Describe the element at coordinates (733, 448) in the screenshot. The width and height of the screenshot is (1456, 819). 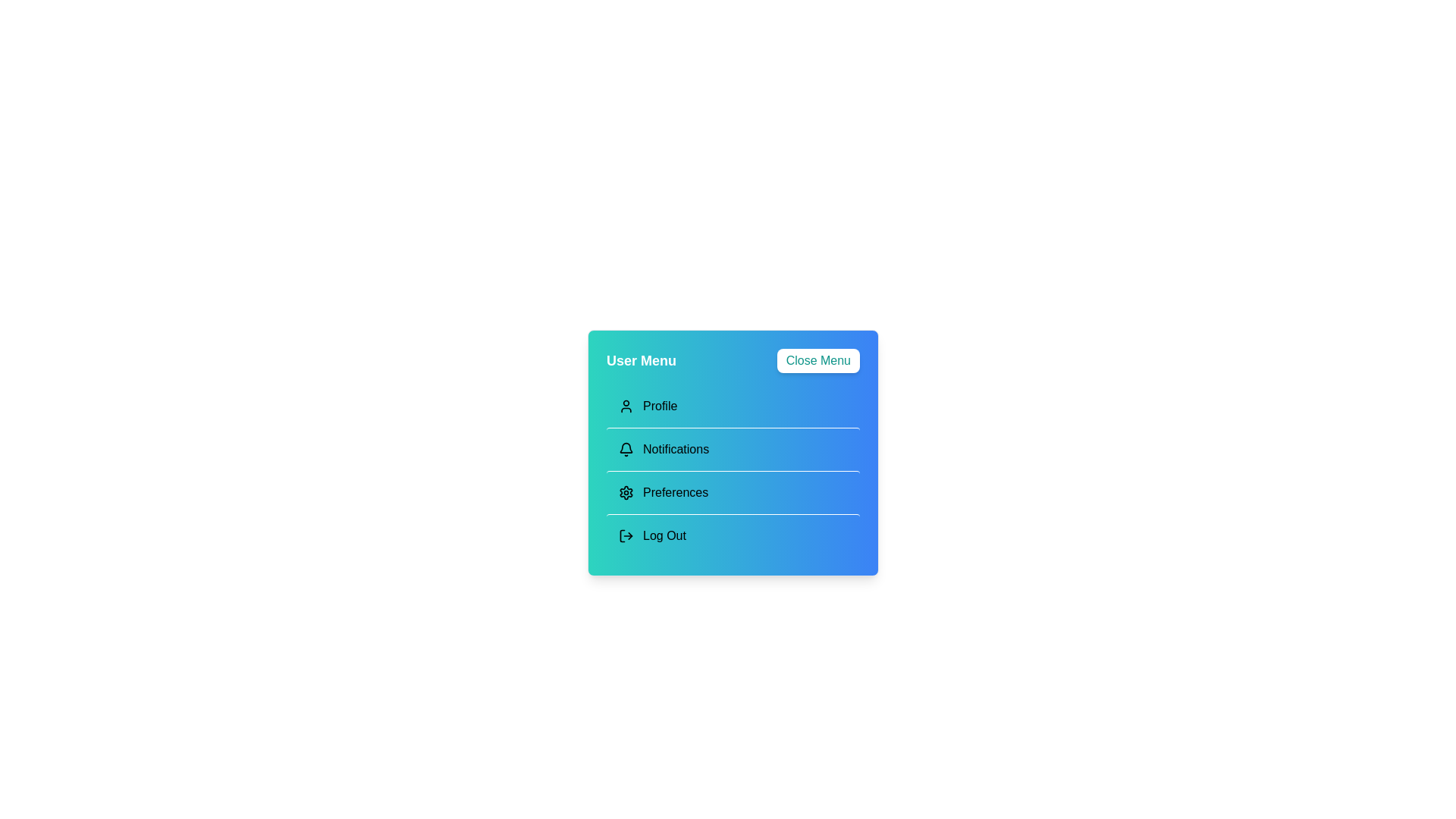
I see `the menu option Notifications by clicking on its corresponding area` at that location.